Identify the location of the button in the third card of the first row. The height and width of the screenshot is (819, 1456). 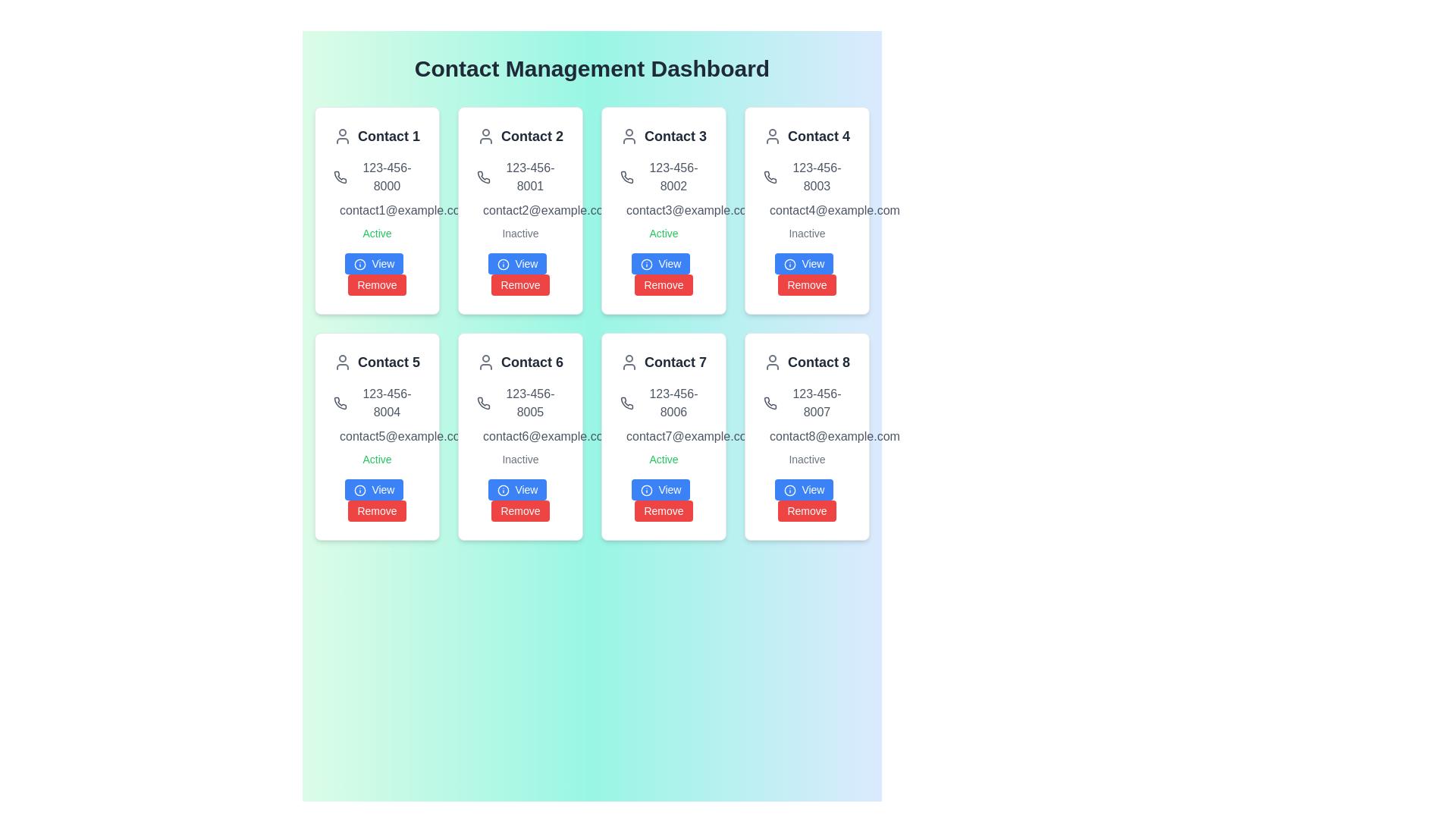
(661, 262).